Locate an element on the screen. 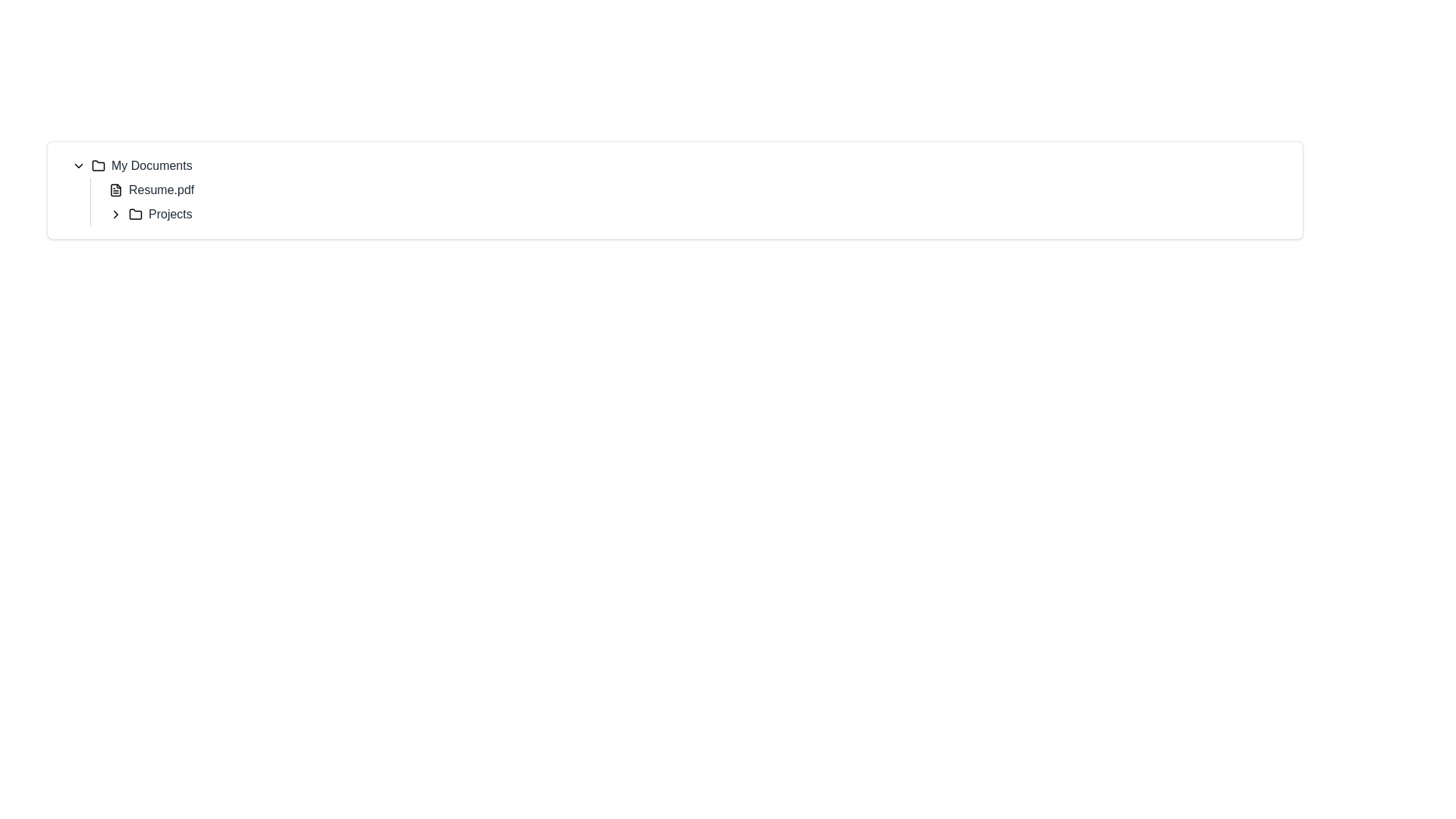 The image size is (1456, 819). the small right-facing chevron icon next to the 'Projects' folder entry in the hierarchical list under 'My Documents' is located at coordinates (115, 214).